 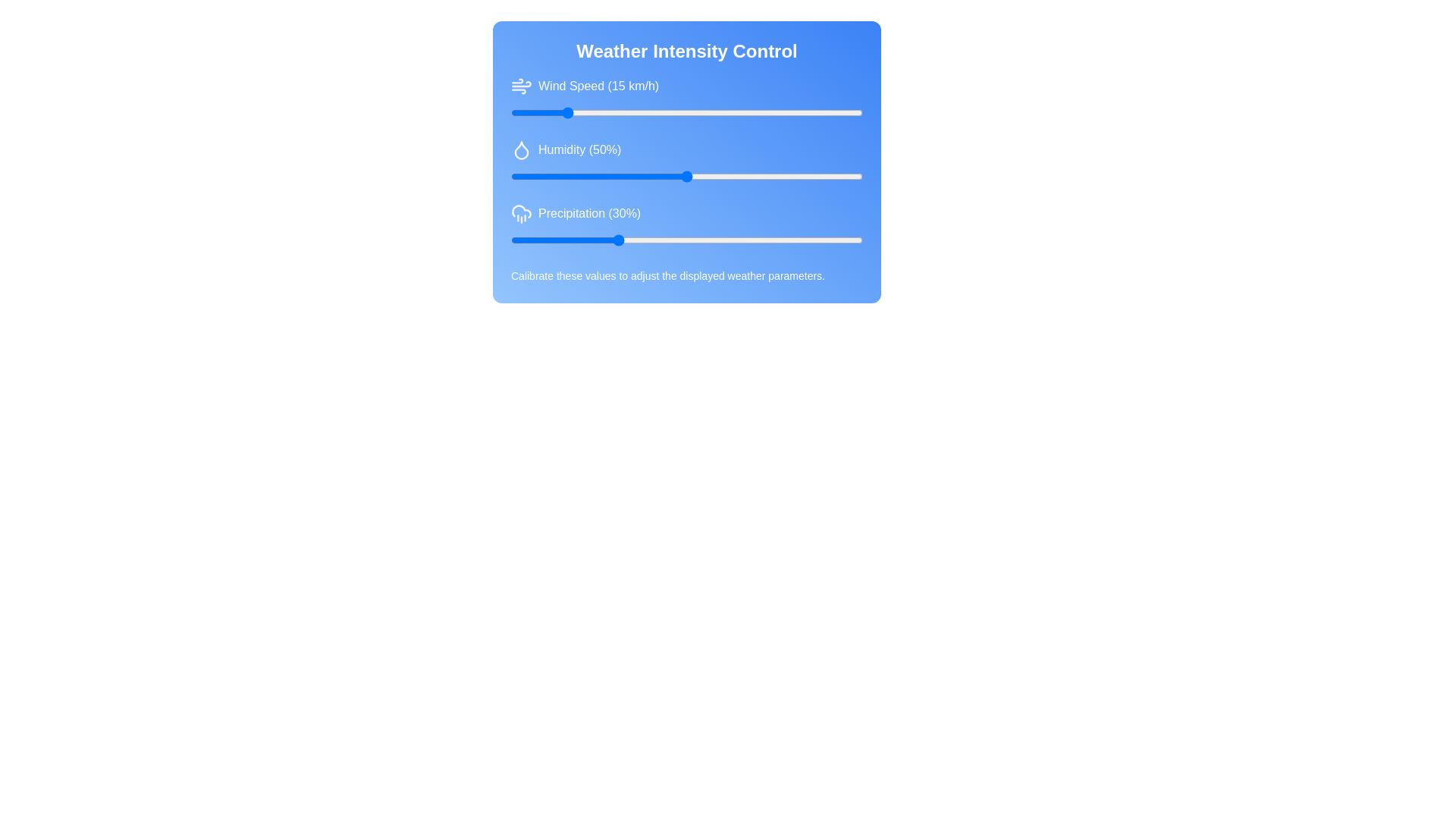 What do you see at coordinates (682, 112) in the screenshot?
I see `the wind speed` at bounding box center [682, 112].